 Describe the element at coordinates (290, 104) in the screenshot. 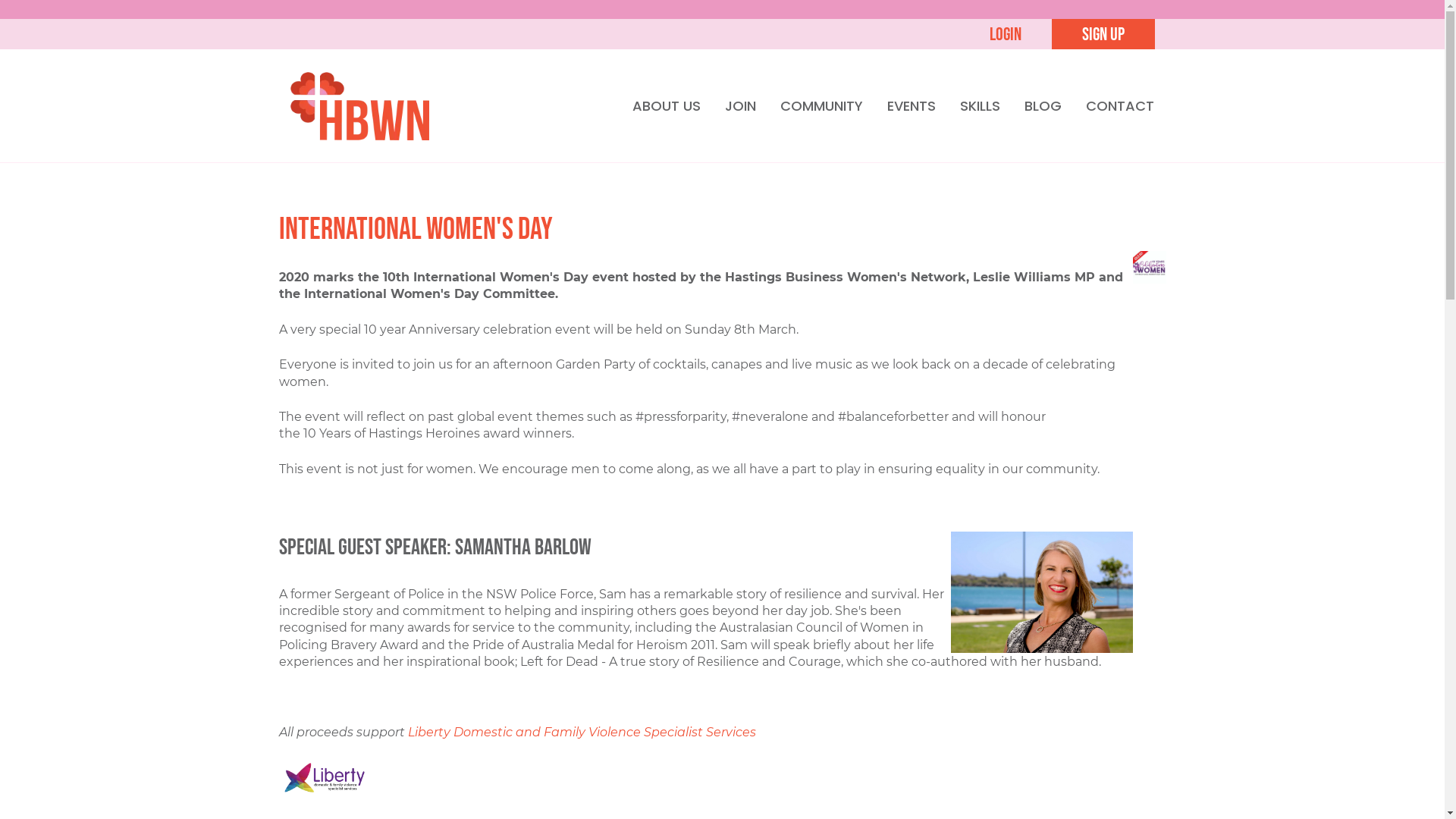

I see `'Hastings Business Womens Network'` at that location.